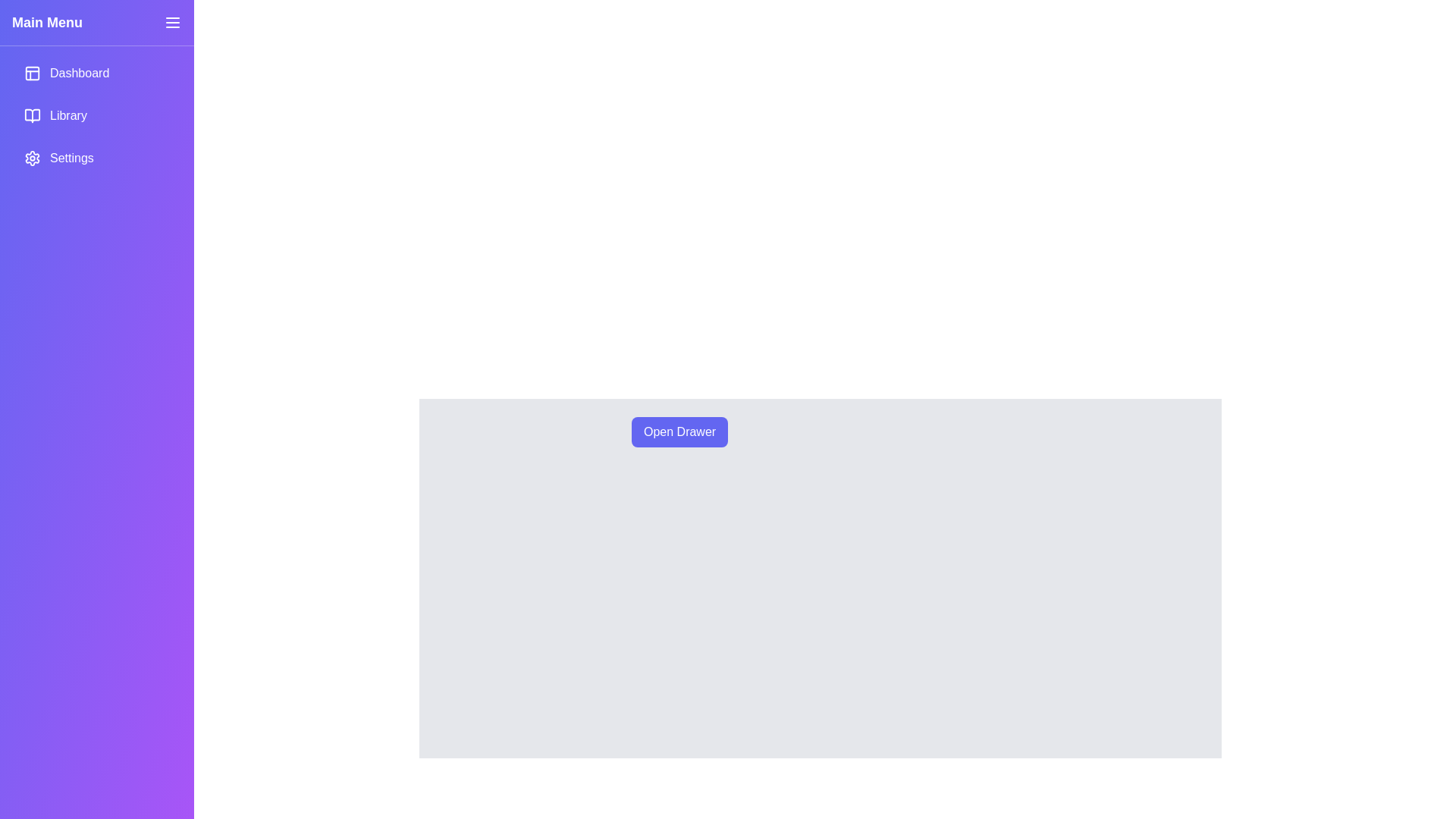  Describe the element at coordinates (96, 115) in the screenshot. I see `the menu item Library from the drawer` at that location.